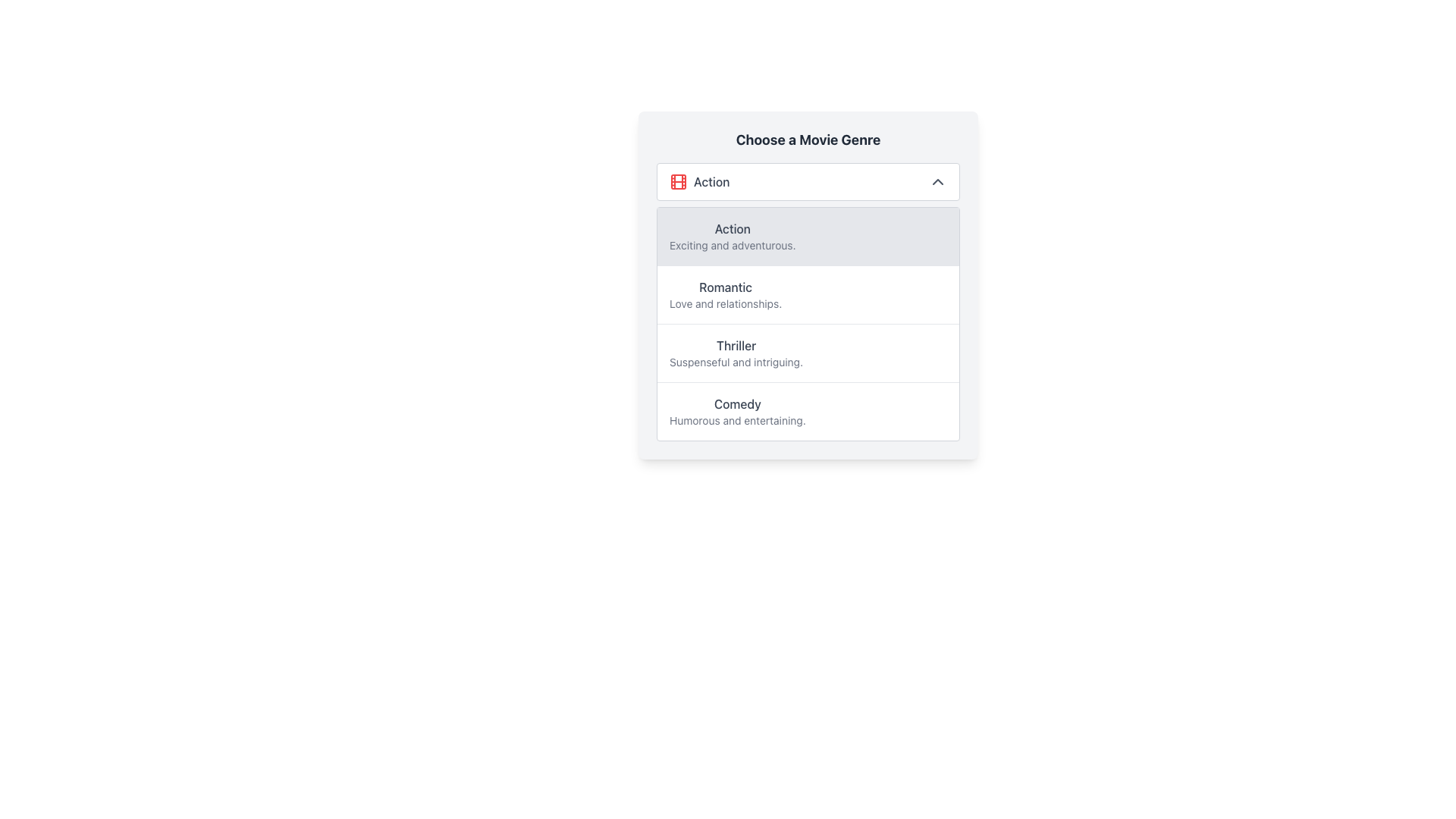 The height and width of the screenshot is (819, 1456). What do you see at coordinates (733, 228) in the screenshot?
I see `the text label that says 'Action', which is styled in a medium-sized font and located in a gray background area above the text 'Exciting and adventurous'` at bounding box center [733, 228].